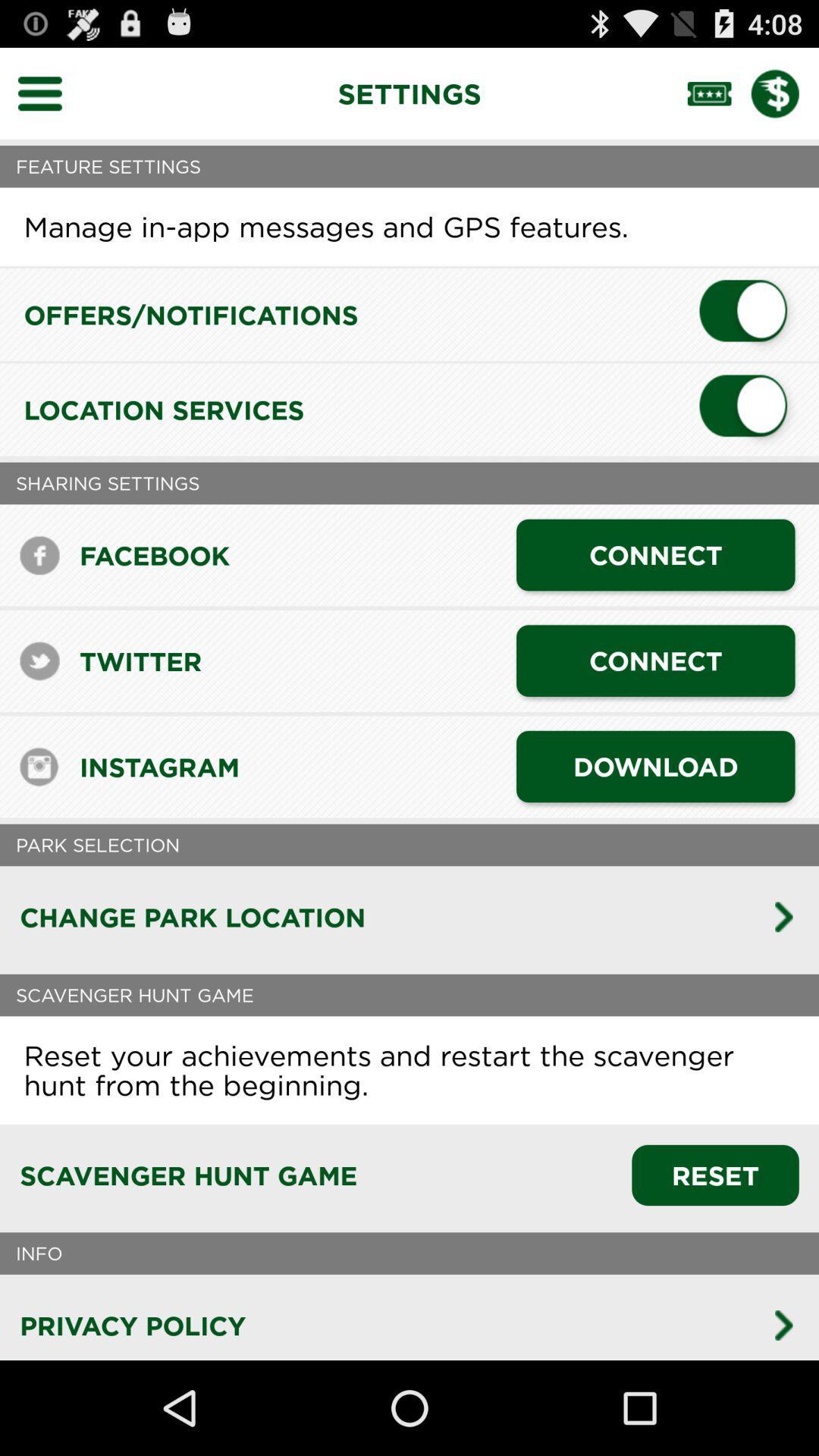  What do you see at coordinates (748, 314) in the screenshot?
I see `notification toggle on` at bounding box center [748, 314].